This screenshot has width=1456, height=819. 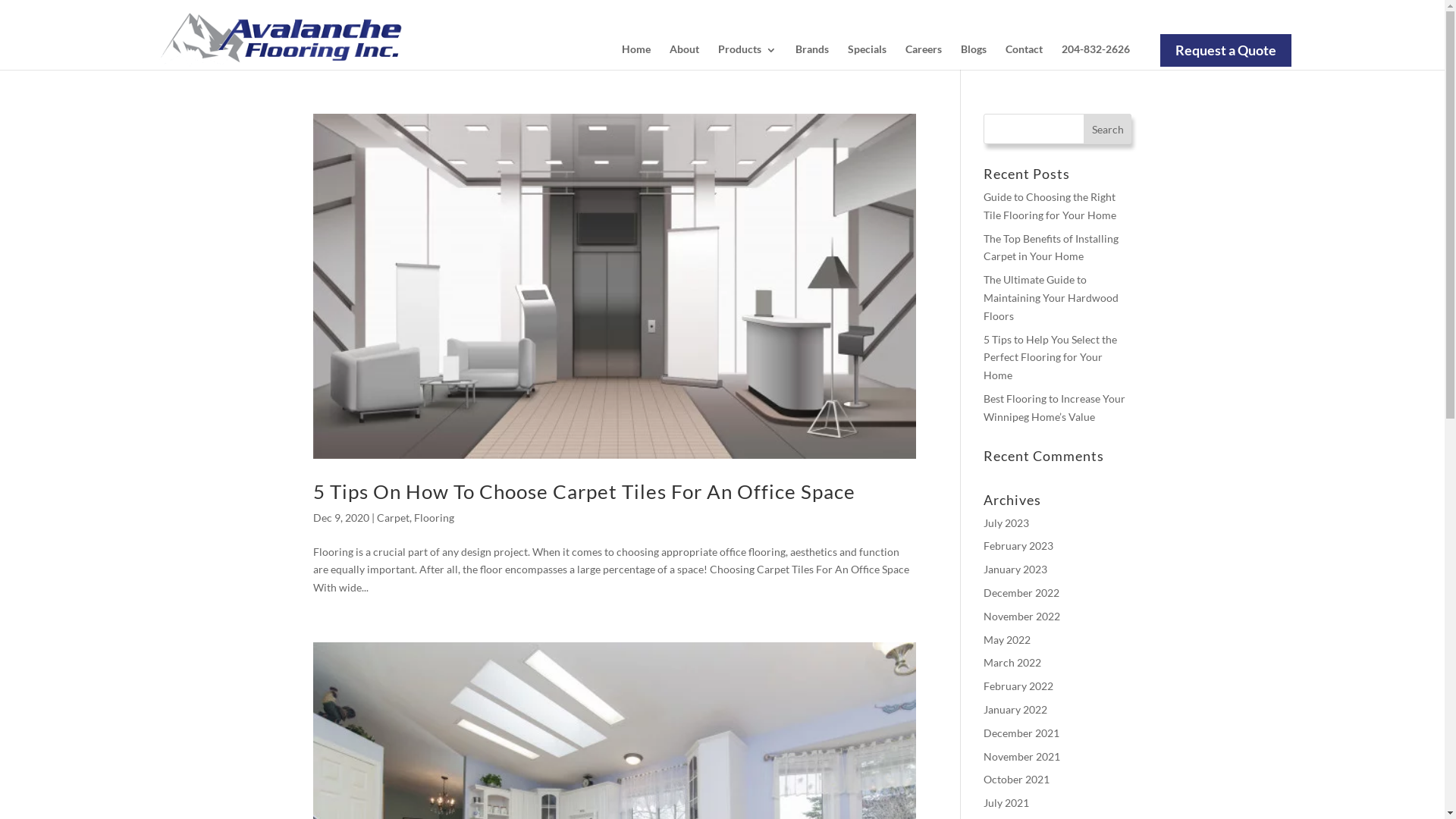 What do you see at coordinates (392, 516) in the screenshot?
I see `'Carpet'` at bounding box center [392, 516].